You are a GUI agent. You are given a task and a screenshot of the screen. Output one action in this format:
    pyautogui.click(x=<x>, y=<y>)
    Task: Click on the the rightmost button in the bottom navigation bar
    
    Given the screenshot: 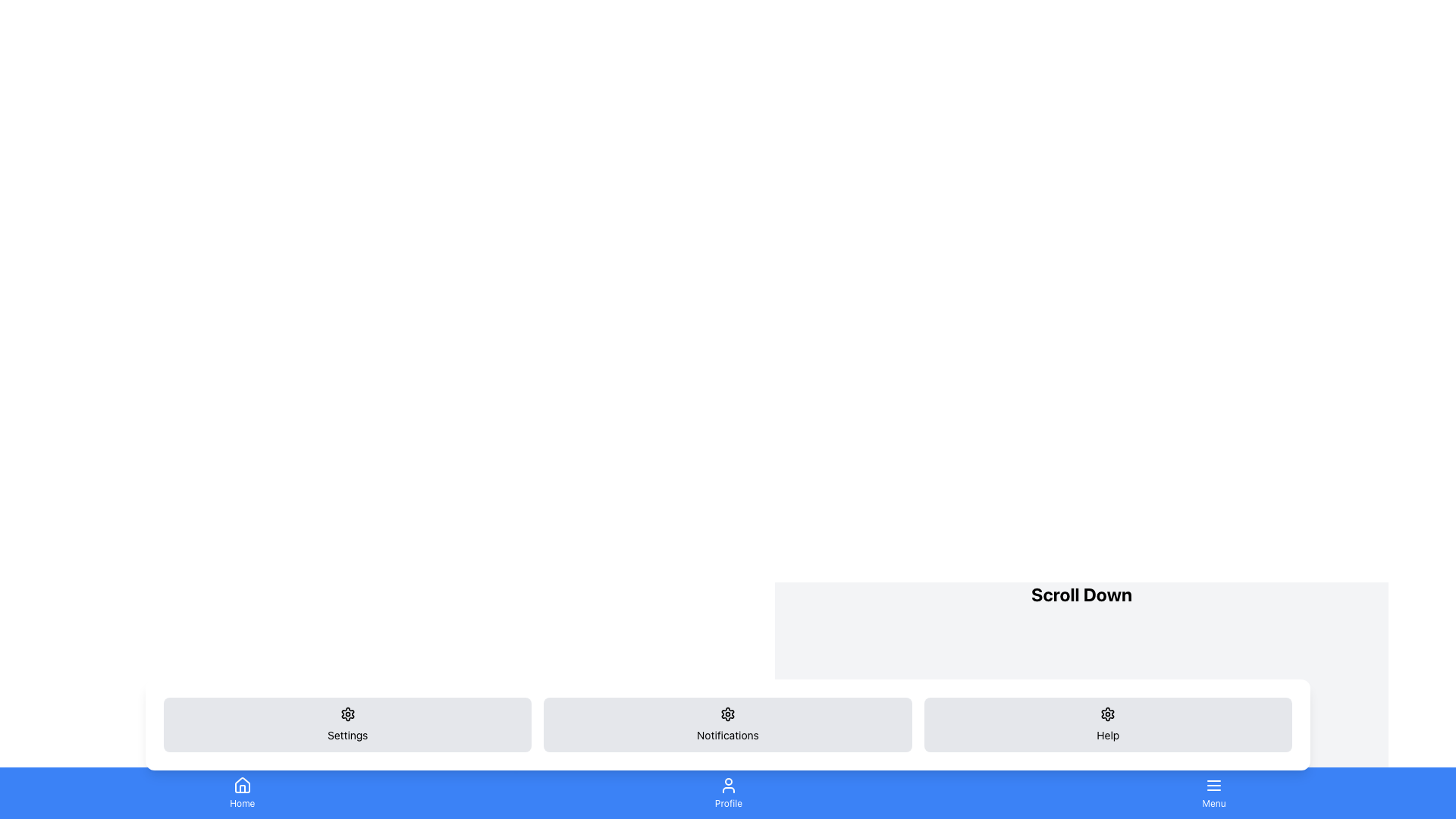 What is the action you would take?
    pyautogui.click(x=1214, y=792)
    